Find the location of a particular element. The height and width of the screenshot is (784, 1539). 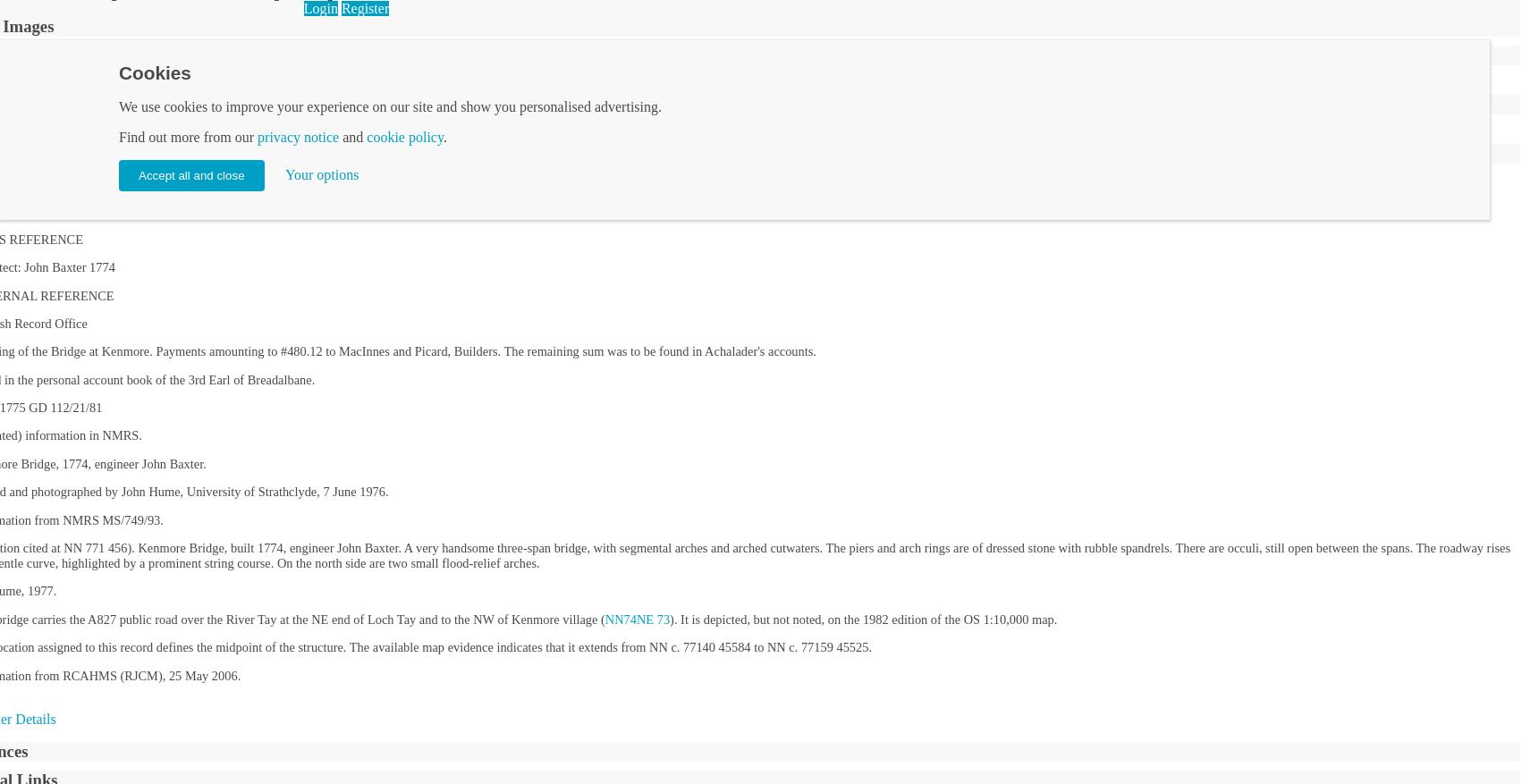

'and' is located at coordinates (352, 137).